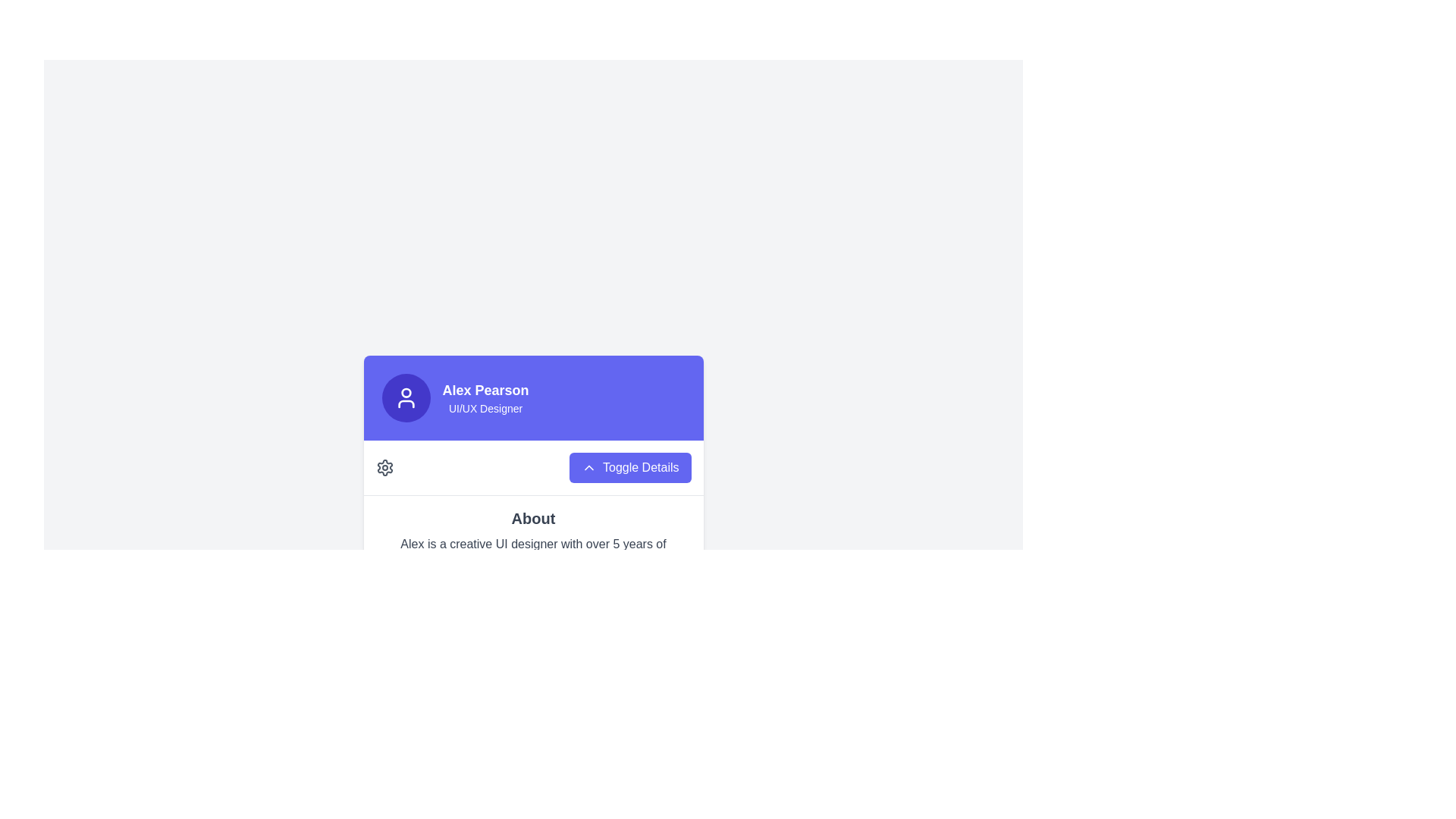  What do you see at coordinates (485, 407) in the screenshot?
I see `the text label displaying 'UI/UX Designer', which is positioned below the name 'Alex Pearson' in the profile card` at bounding box center [485, 407].